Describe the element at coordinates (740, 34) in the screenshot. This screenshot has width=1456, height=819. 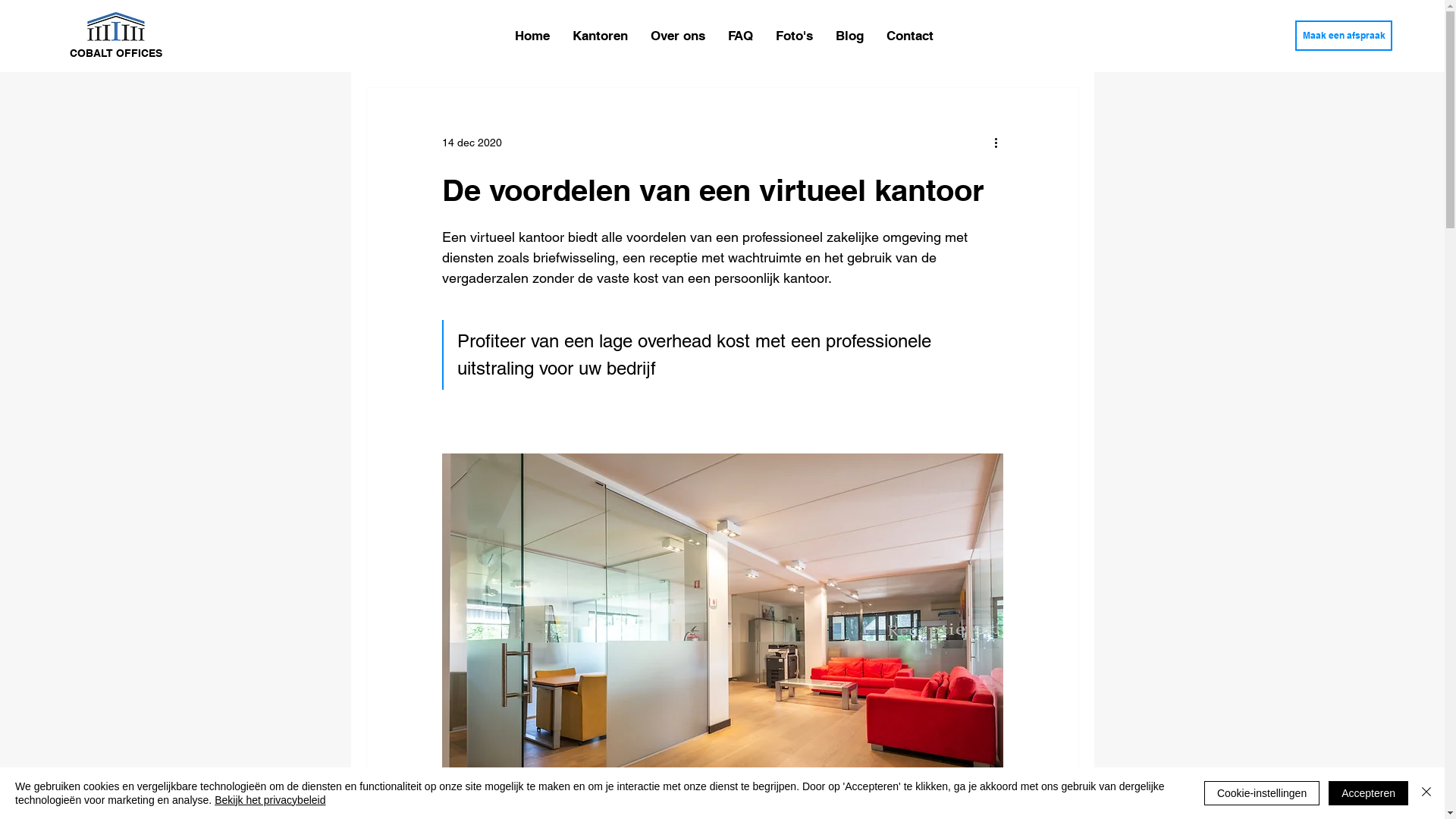
I see `'FAQ'` at that location.